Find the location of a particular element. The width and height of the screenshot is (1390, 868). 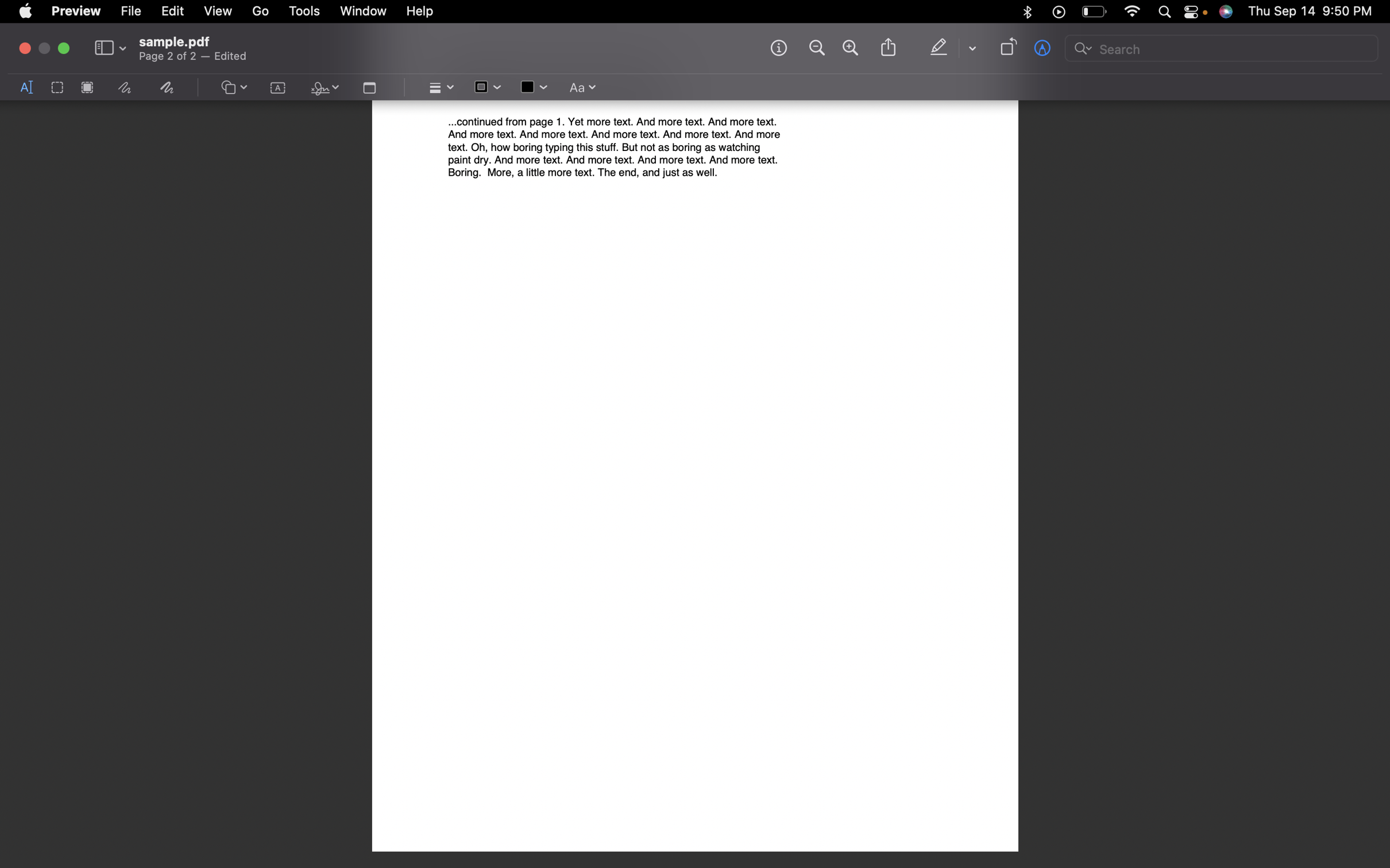

Activate the rectangle selection function is located at coordinates (56, 88).